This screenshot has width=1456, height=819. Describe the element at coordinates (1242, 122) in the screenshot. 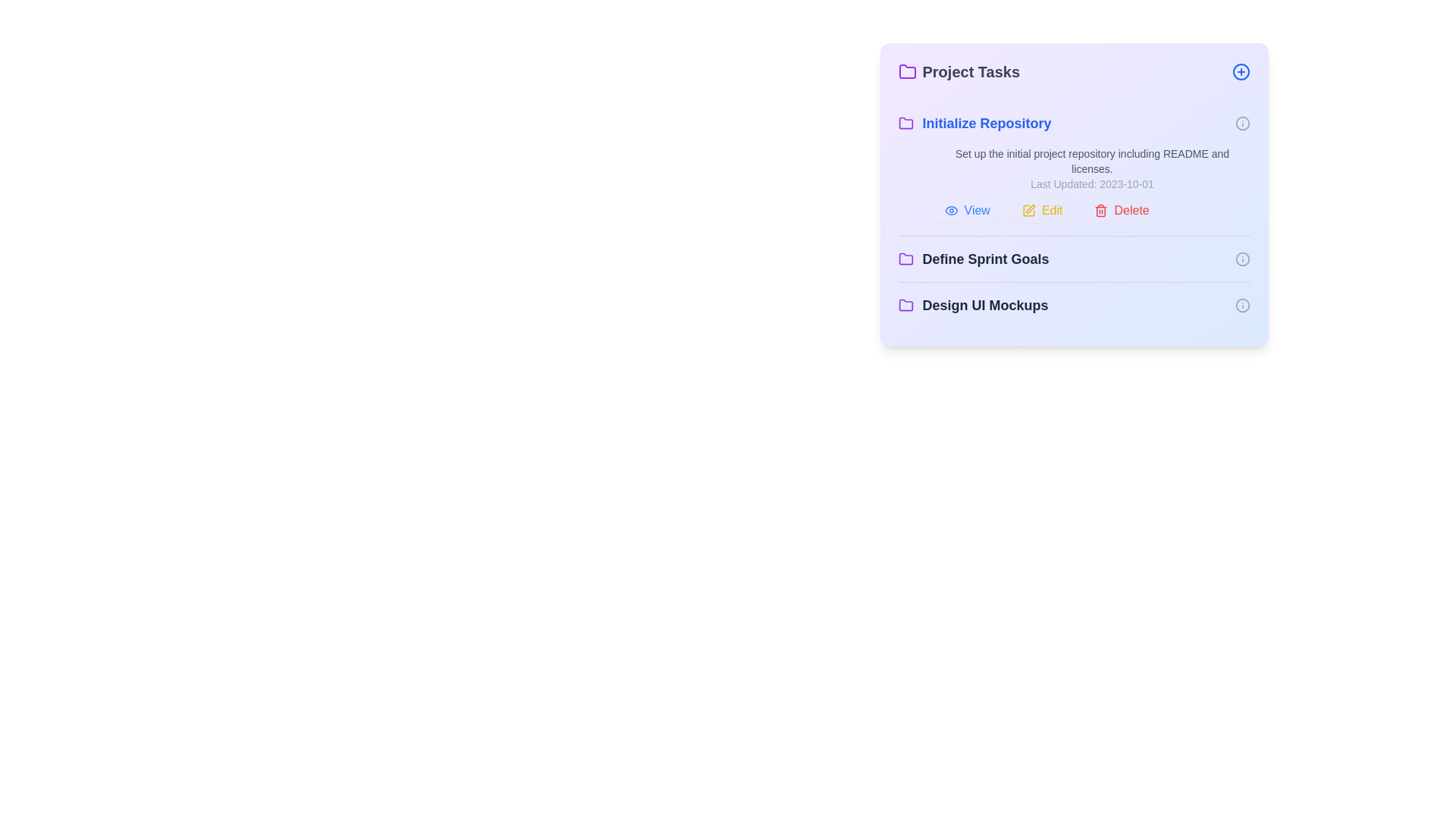

I see `the gray stroked circular icon located within the vertical sidebar arrangement` at that location.